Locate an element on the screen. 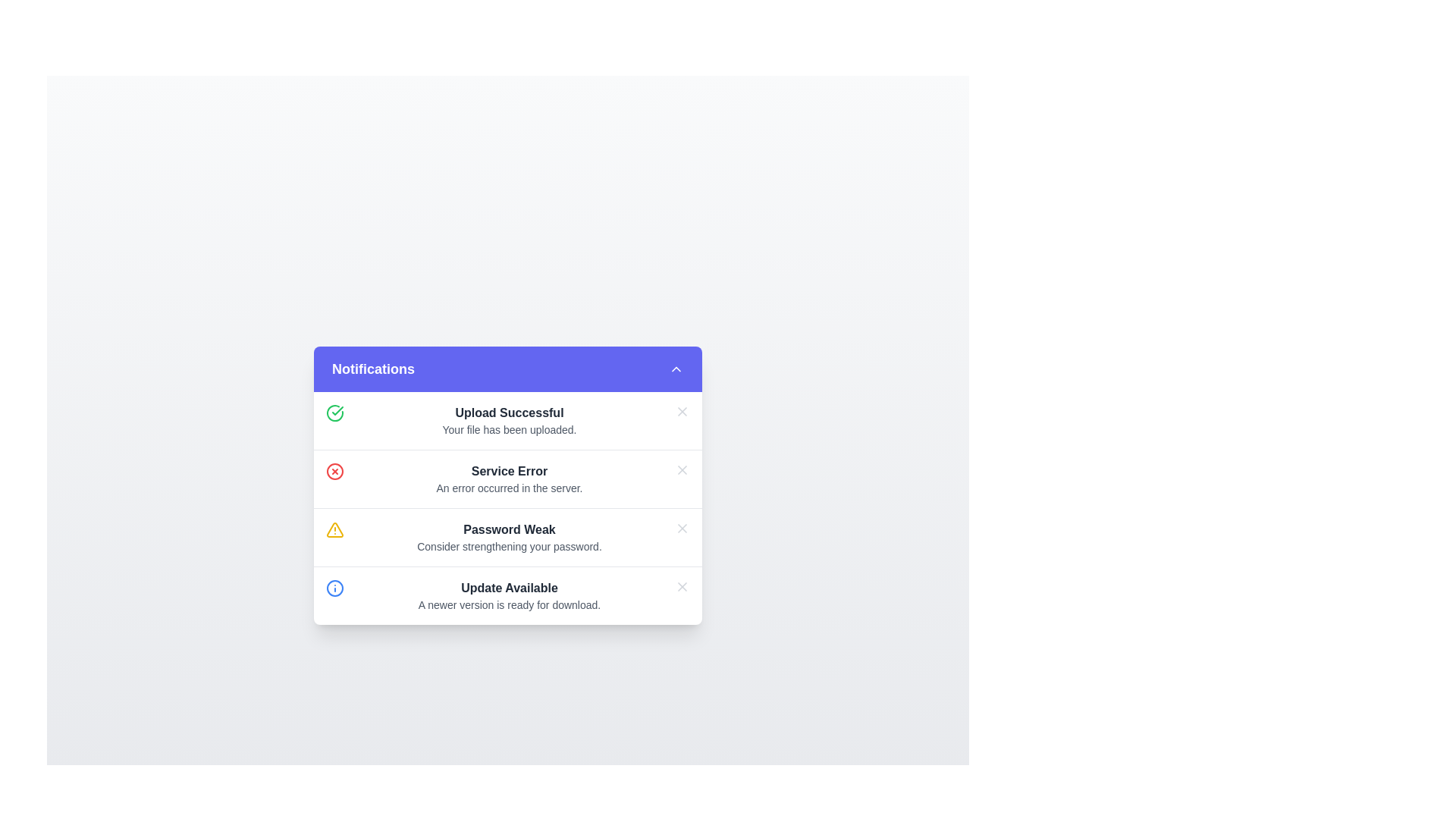 This screenshot has width=1456, height=819. the warning icon located in the third row of the notification card layout, preceding the text 'Password Weak', to address the warning is located at coordinates (334, 529).